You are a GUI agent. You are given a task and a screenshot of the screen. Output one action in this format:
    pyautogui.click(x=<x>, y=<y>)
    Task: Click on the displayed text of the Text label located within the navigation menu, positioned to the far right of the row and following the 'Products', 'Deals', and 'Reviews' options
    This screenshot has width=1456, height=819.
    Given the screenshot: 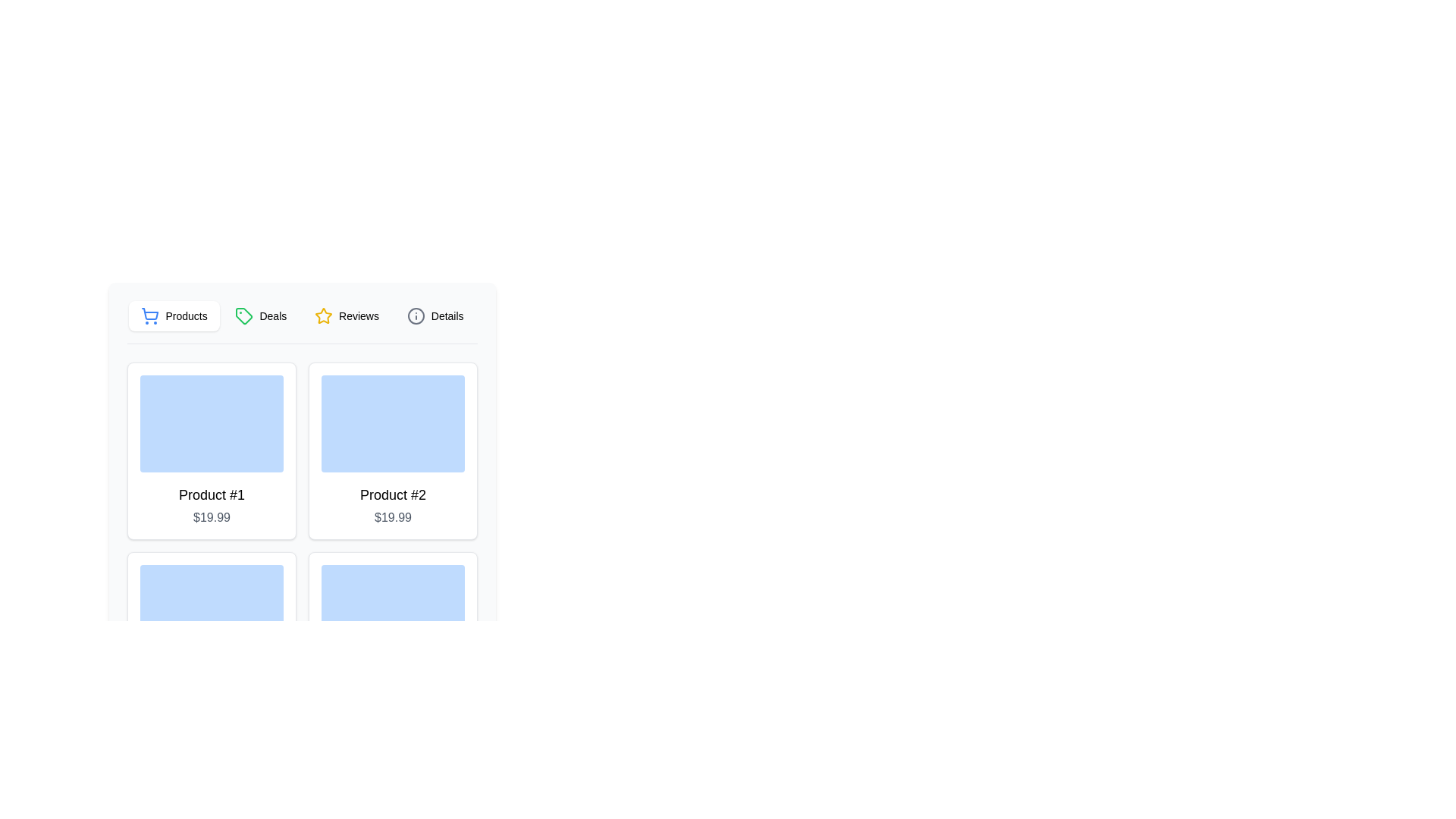 What is the action you would take?
    pyautogui.click(x=447, y=315)
    